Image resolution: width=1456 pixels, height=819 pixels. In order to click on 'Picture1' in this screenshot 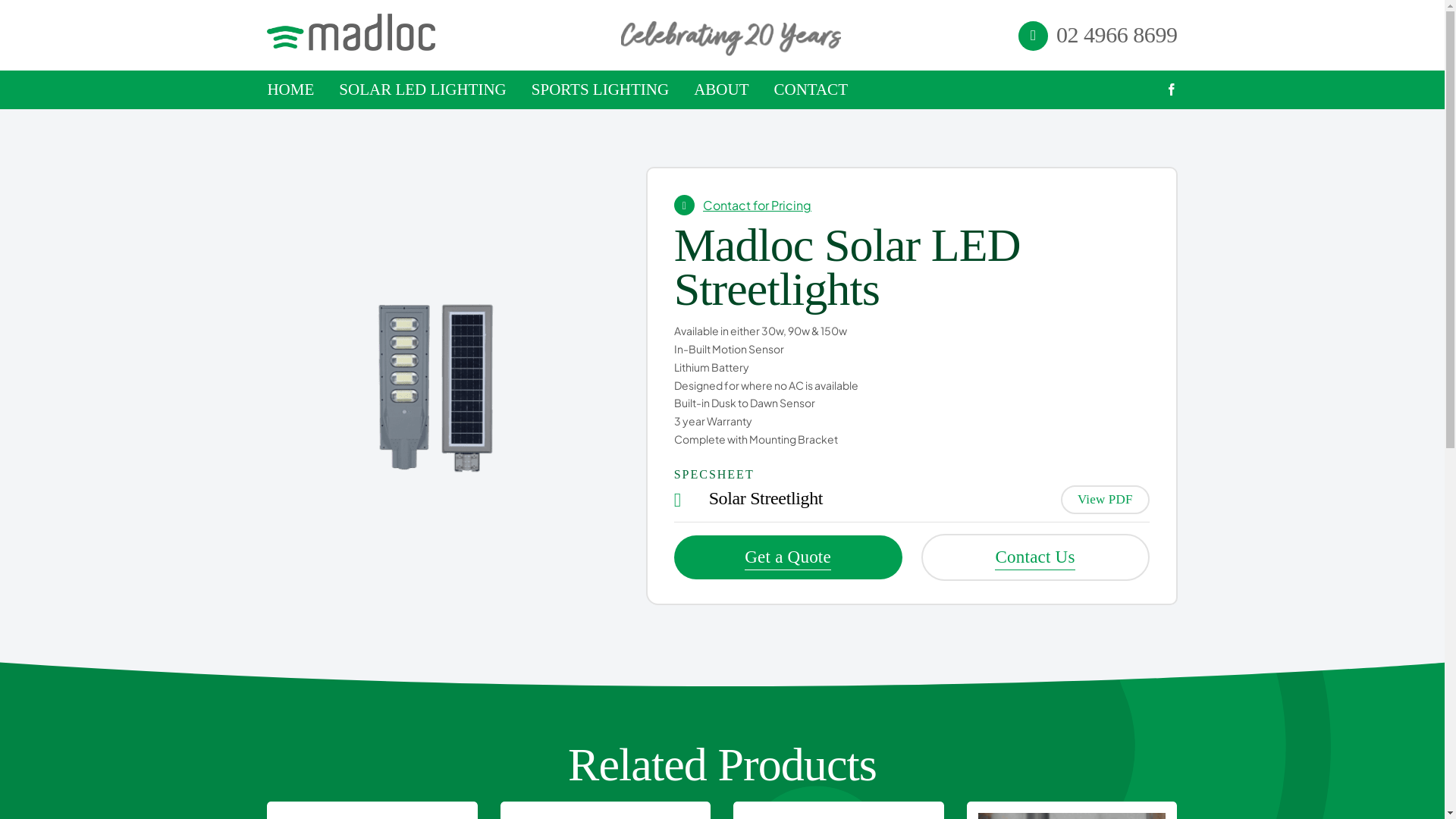, I will do `click(437, 385)`.